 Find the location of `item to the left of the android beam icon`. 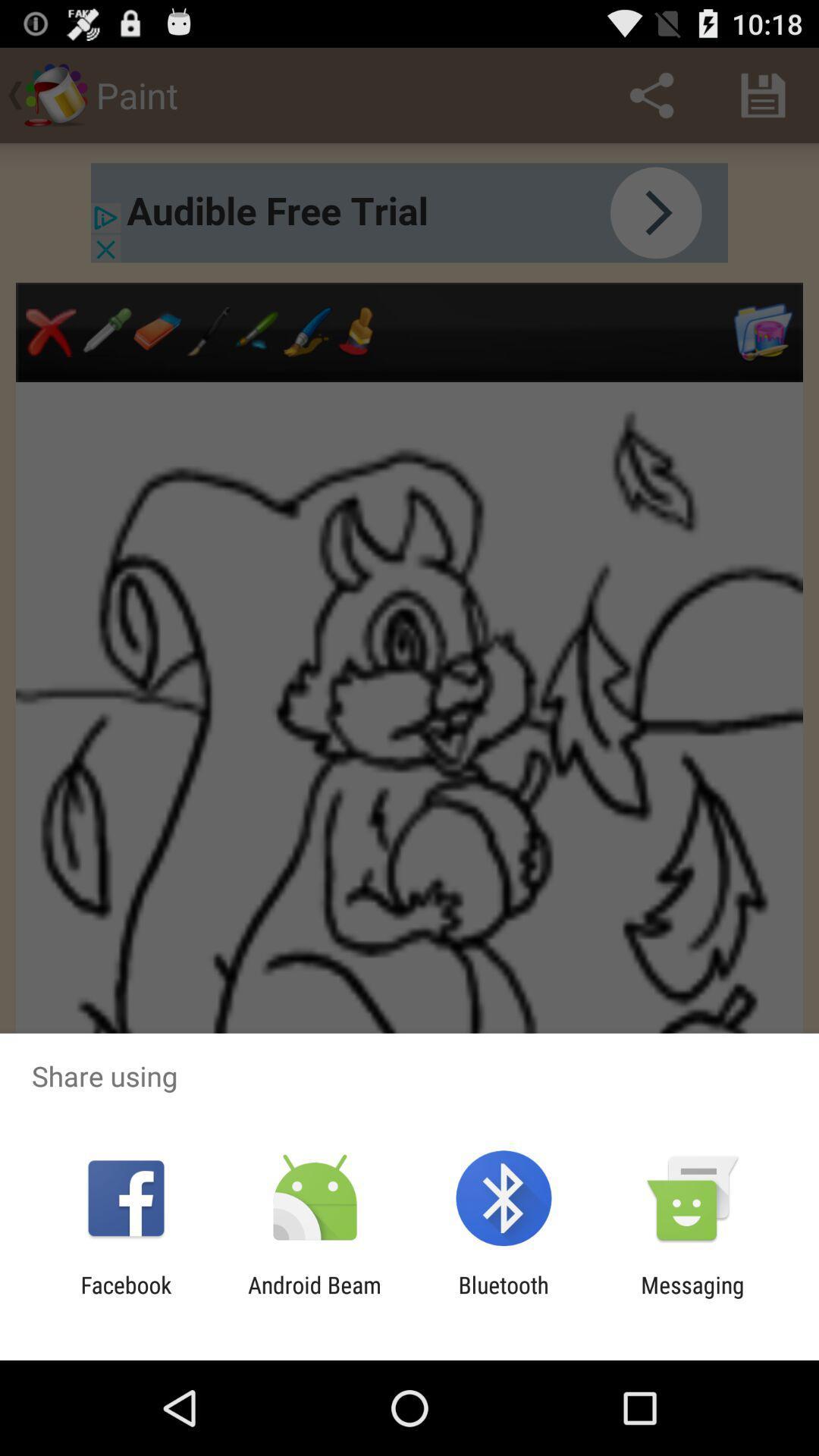

item to the left of the android beam icon is located at coordinates (125, 1298).